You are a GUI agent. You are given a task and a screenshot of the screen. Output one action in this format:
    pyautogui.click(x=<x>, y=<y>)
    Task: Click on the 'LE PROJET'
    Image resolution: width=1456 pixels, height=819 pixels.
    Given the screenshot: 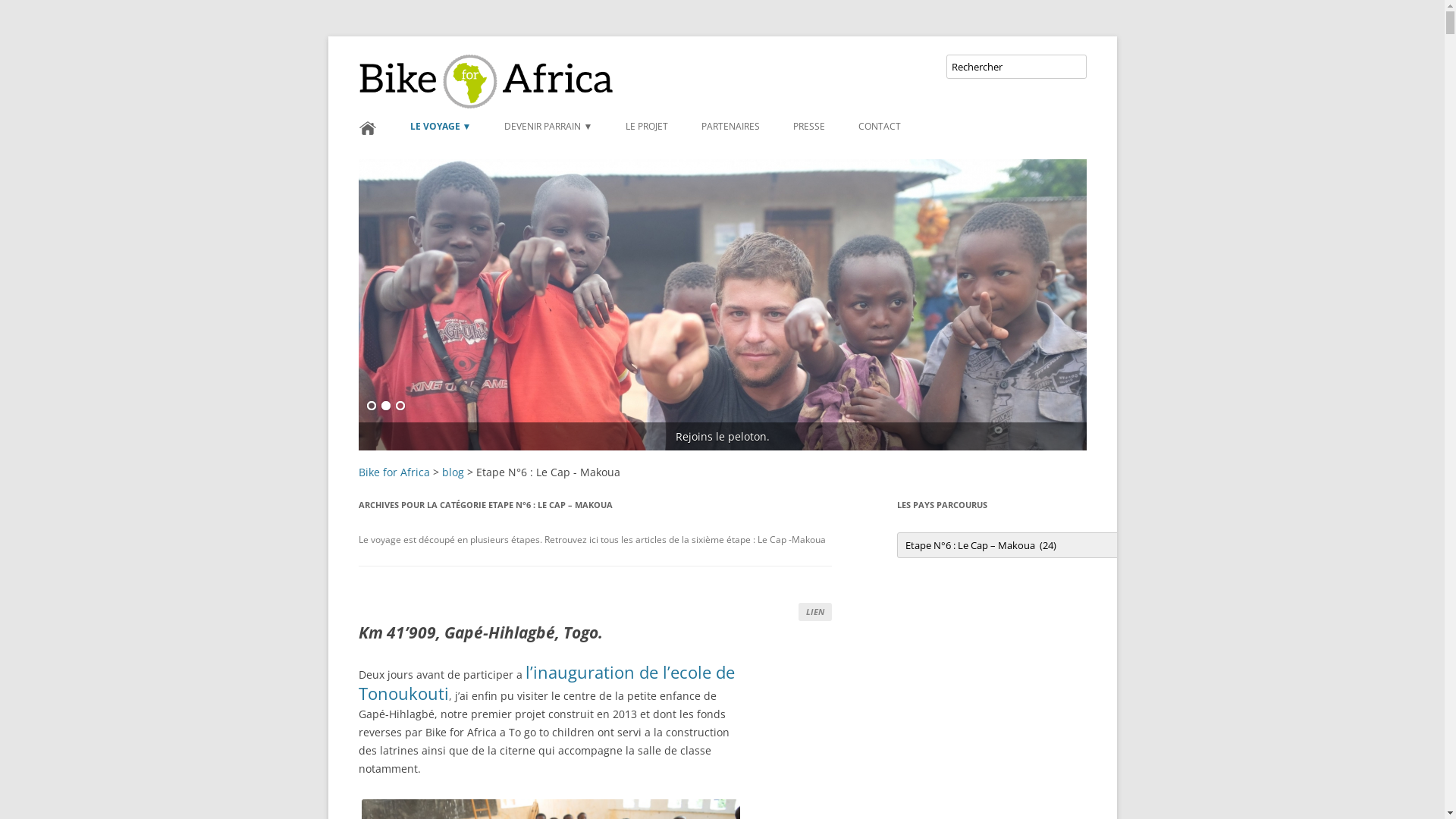 What is the action you would take?
    pyautogui.click(x=626, y=125)
    